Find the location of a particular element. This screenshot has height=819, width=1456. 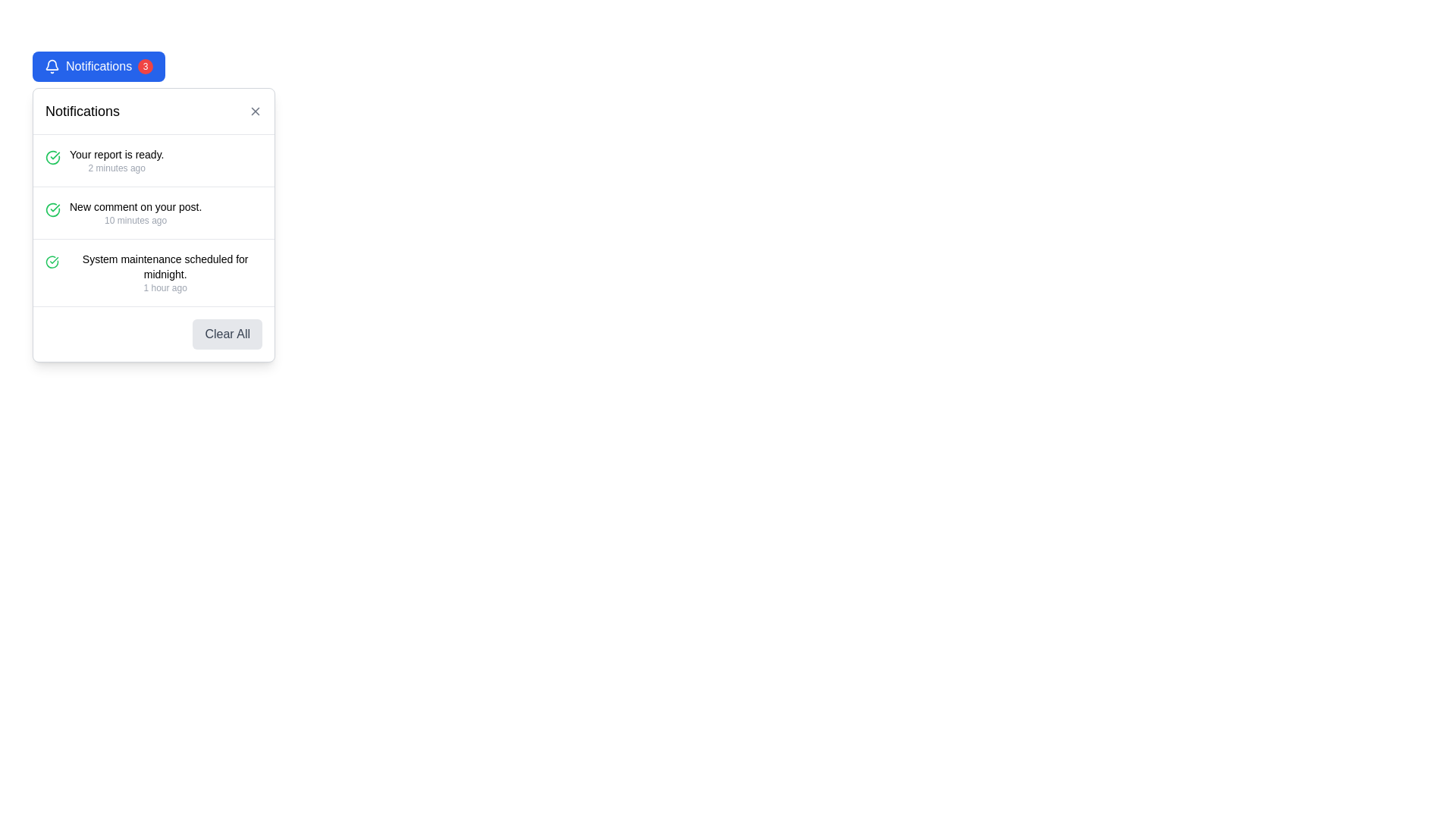

the first notification item in the modal notification panel that indicates the completion of a report is located at coordinates (153, 161).